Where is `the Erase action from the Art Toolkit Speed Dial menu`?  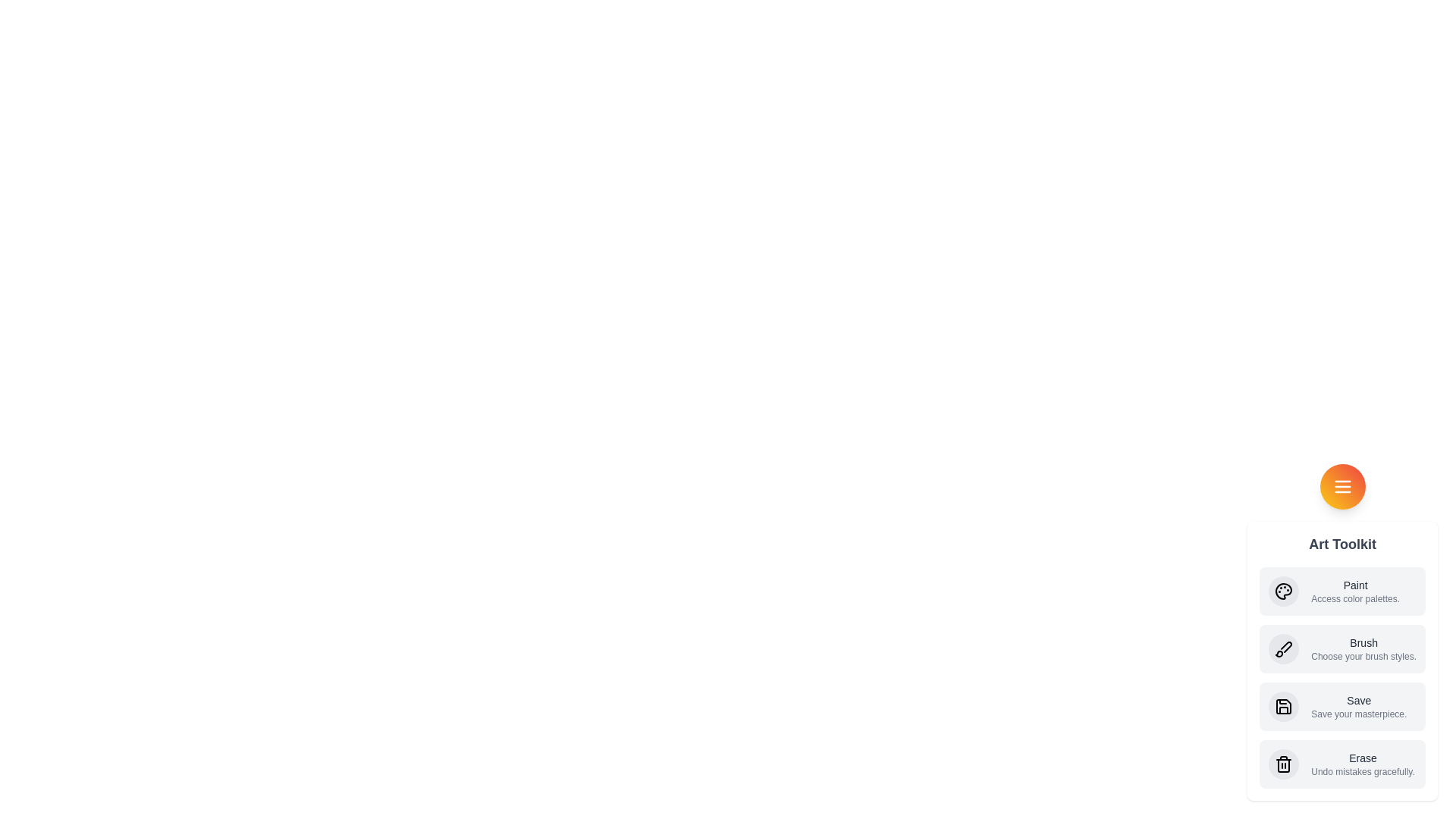
the Erase action from the Art Toolkit Speed Dial menu is located at coordinates (1342, 764).